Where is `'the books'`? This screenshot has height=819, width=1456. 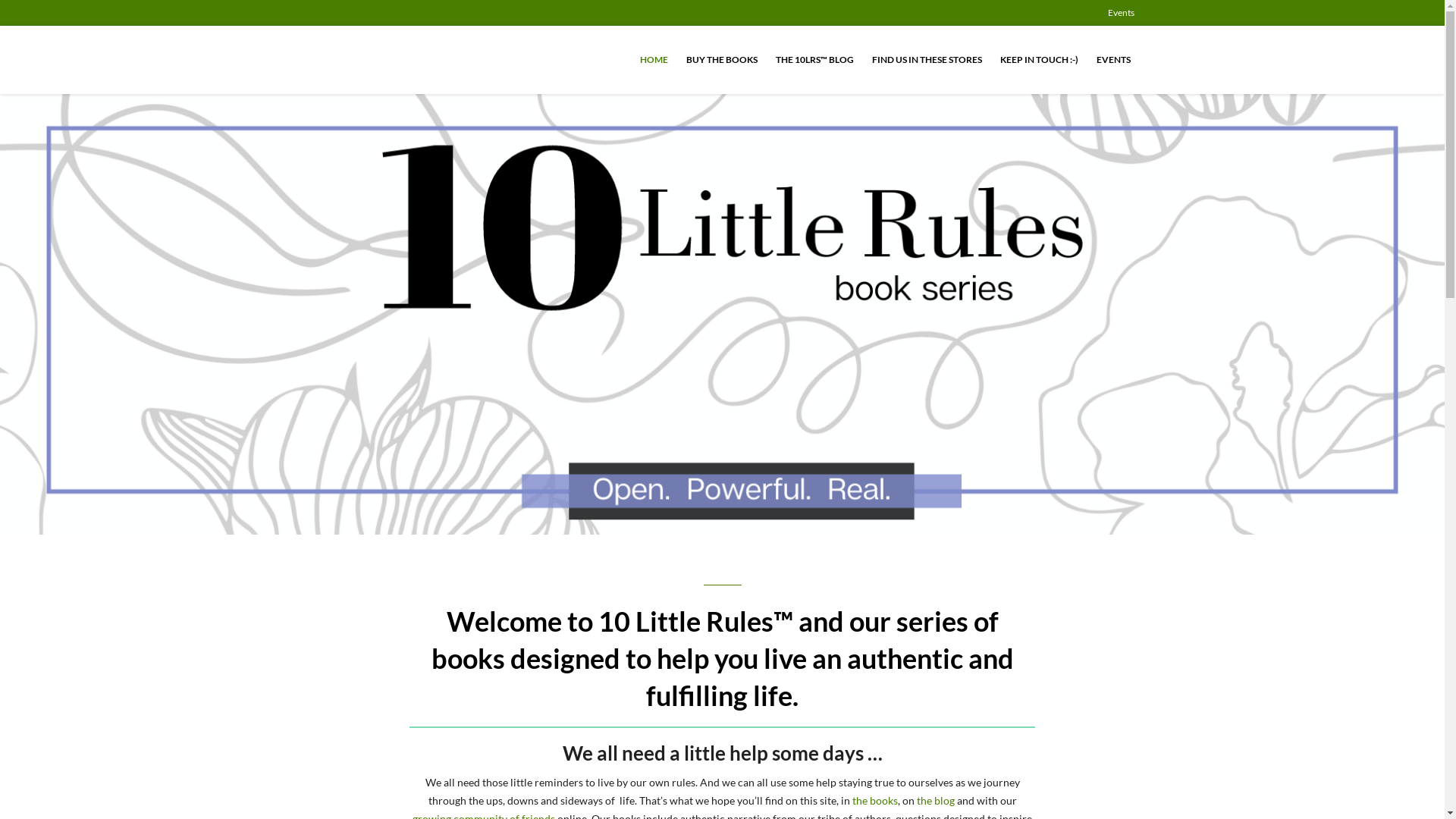
'the books' is located at coordinates (874, 799).